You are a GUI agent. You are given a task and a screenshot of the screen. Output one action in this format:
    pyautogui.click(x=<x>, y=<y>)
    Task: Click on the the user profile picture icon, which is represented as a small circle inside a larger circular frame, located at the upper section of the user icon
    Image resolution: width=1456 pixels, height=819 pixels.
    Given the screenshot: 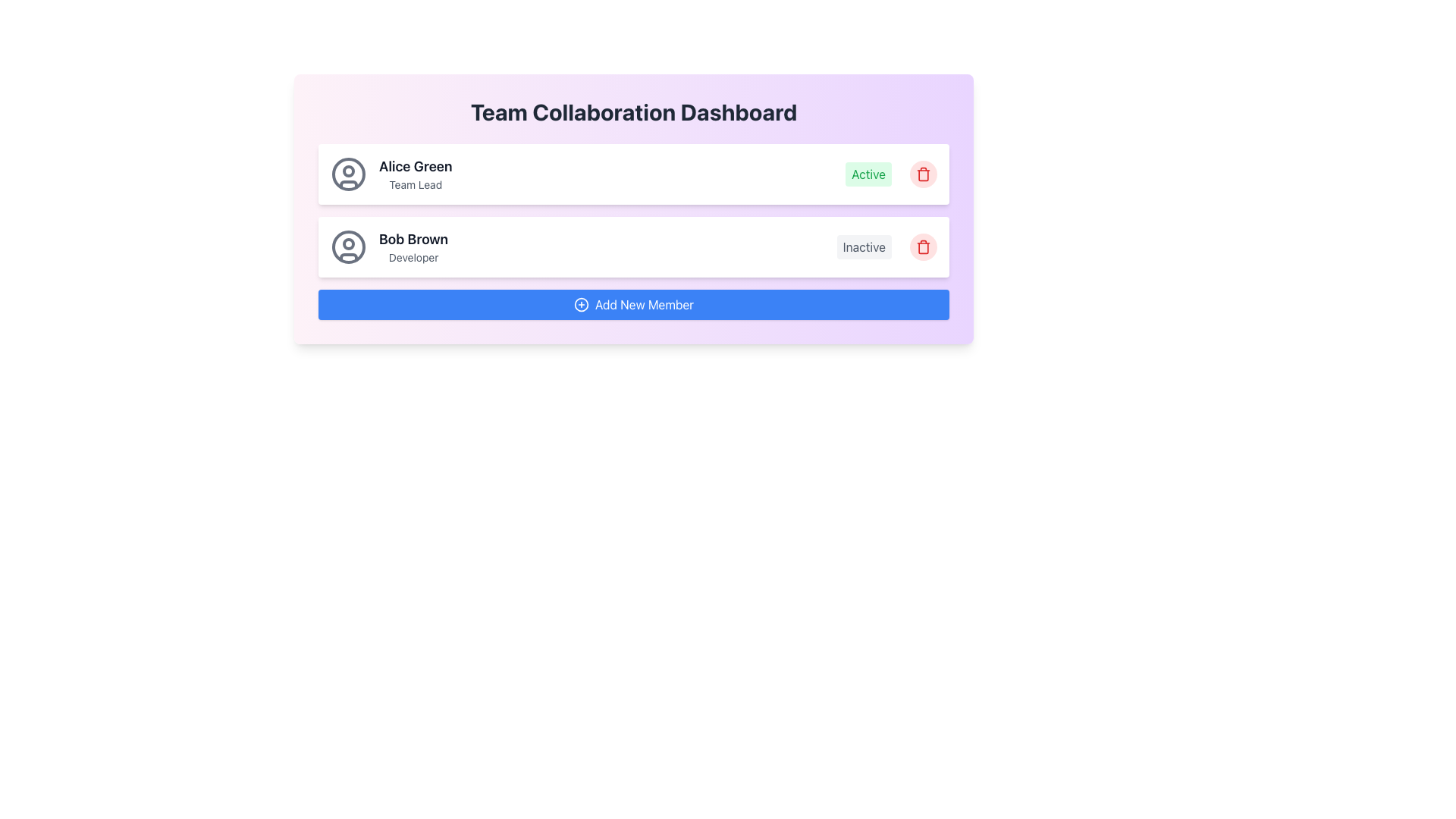 What is the action you would take?
    pyautogui.click(x=348, y=171)
    